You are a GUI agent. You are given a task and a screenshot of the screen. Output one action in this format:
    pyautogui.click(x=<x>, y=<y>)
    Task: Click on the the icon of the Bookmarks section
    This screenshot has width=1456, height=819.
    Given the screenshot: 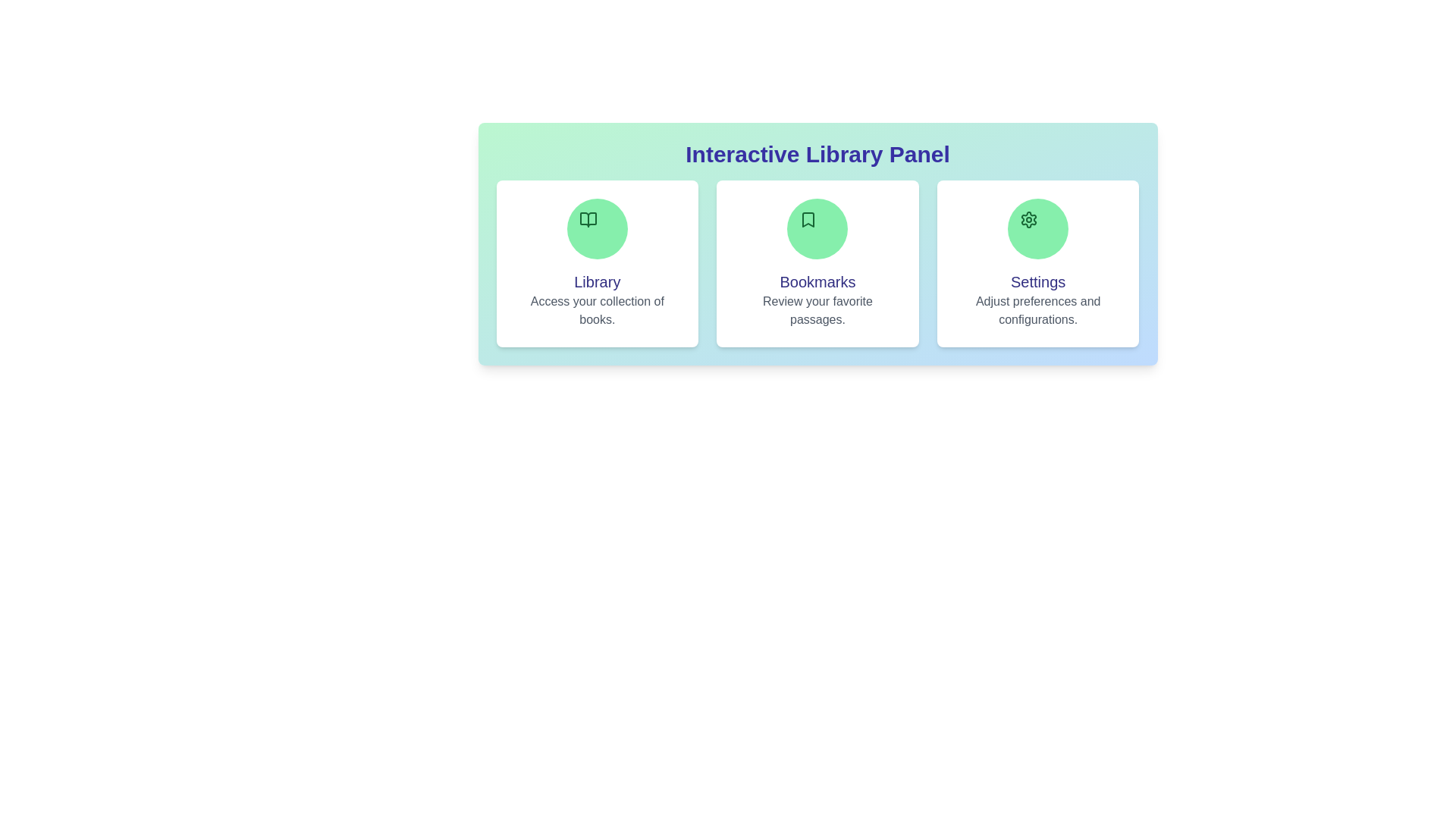 What is the action you would take?
    pyautogui.click(x=817, y=228)
    